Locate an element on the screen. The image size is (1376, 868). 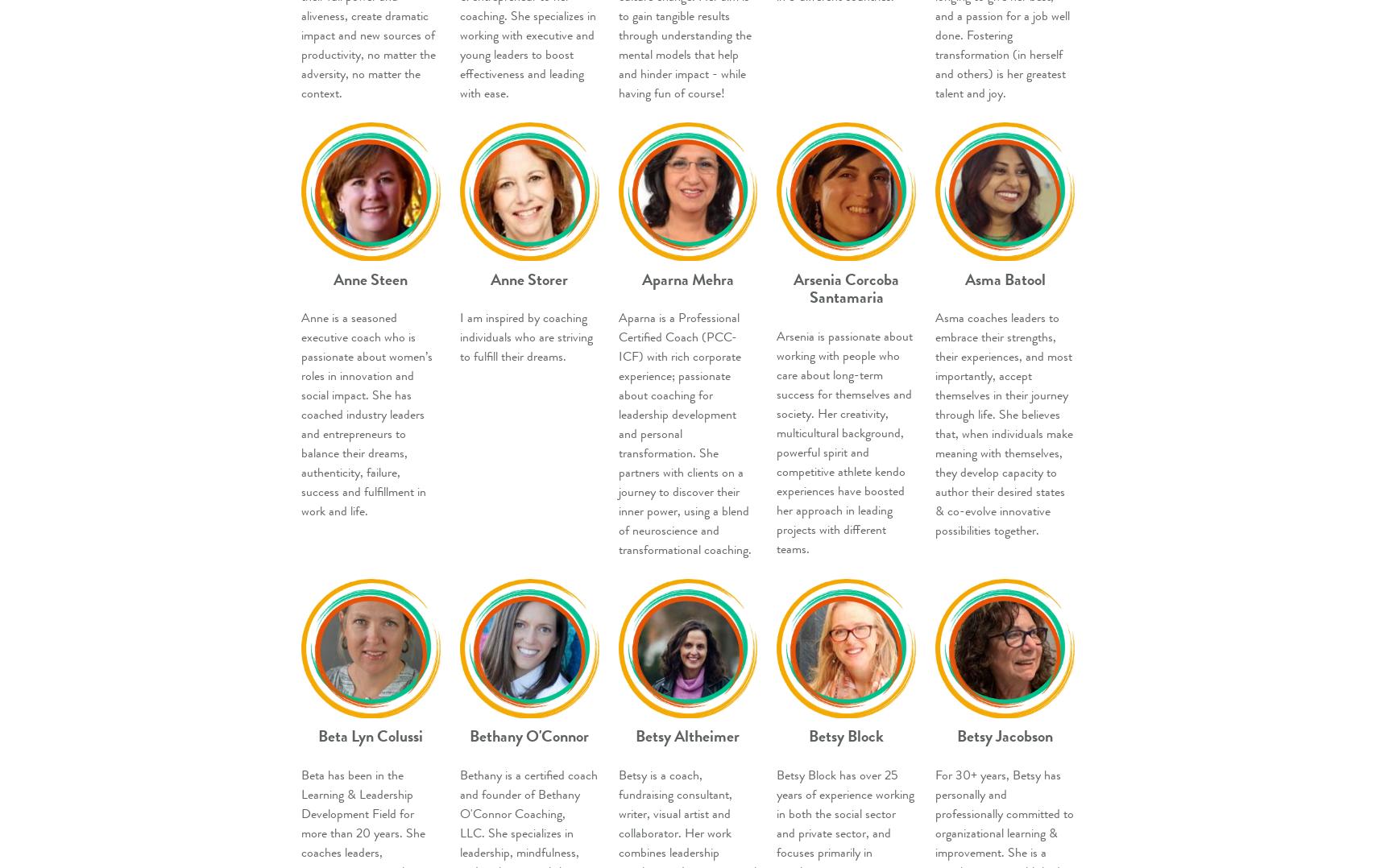
'Arsenia Corcoba Santamaria' is located at coordinates (846, 288).